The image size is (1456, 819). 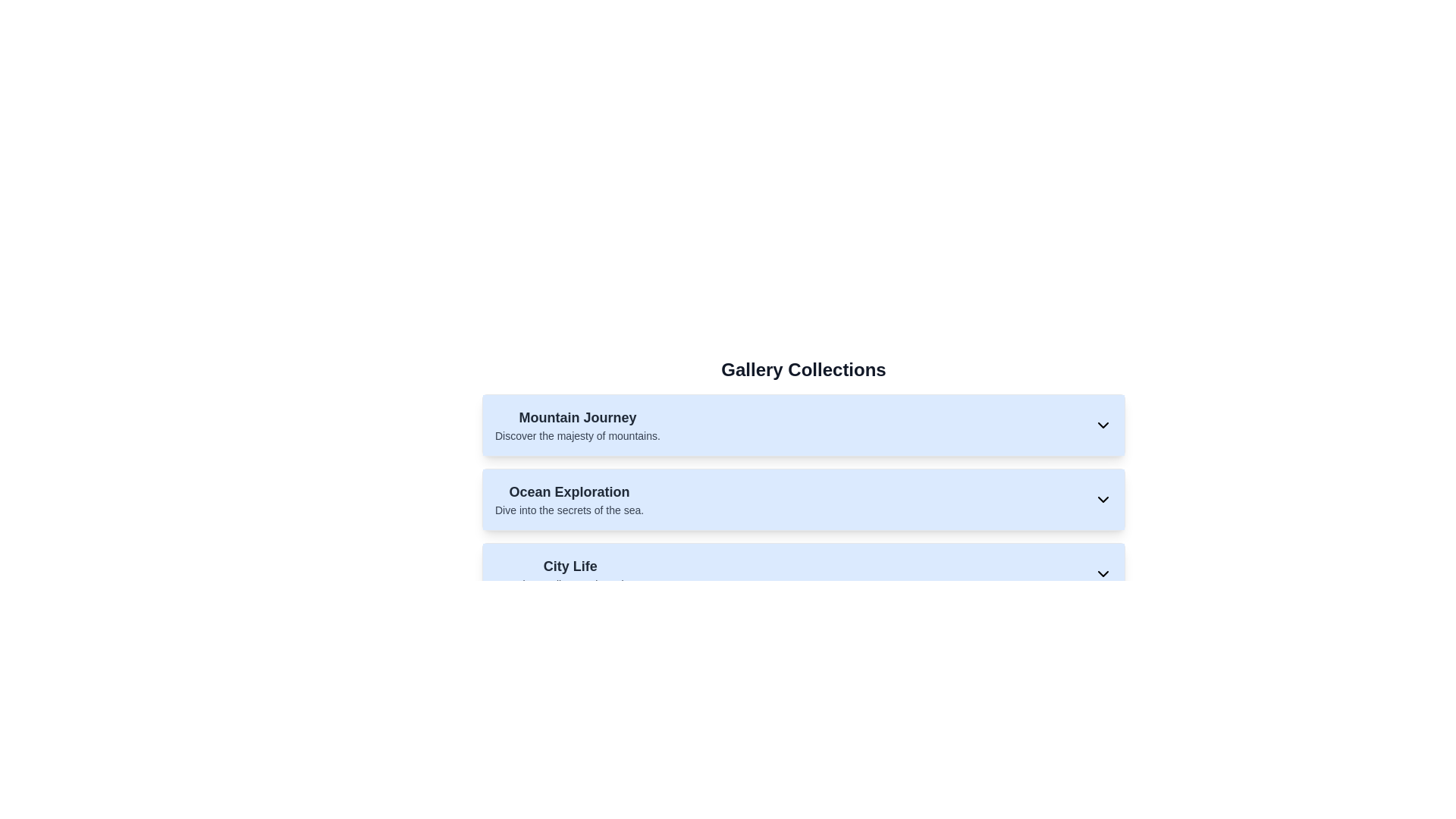 What do you see at coordinates (576, 425) in the screenshot?
I see `the Text block displaying the title and subtitle for the 'Mountain Journey' section, which is positioned at the top of the list above 'Ocean Exploration' and 'City Life'` at bounding box center [576, 425].